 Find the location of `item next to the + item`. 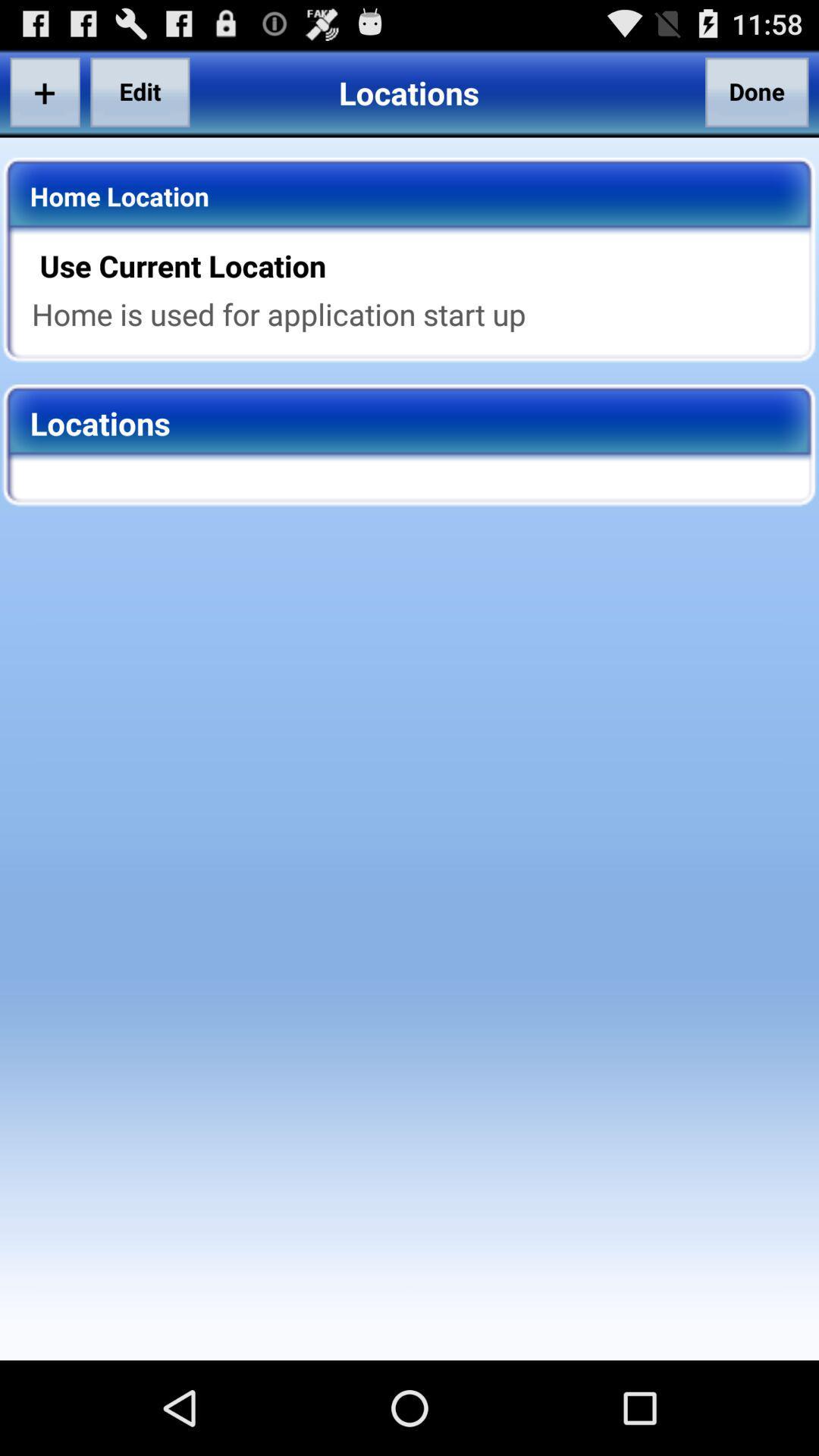

item next to the + item is located at coordinates (140, 91).